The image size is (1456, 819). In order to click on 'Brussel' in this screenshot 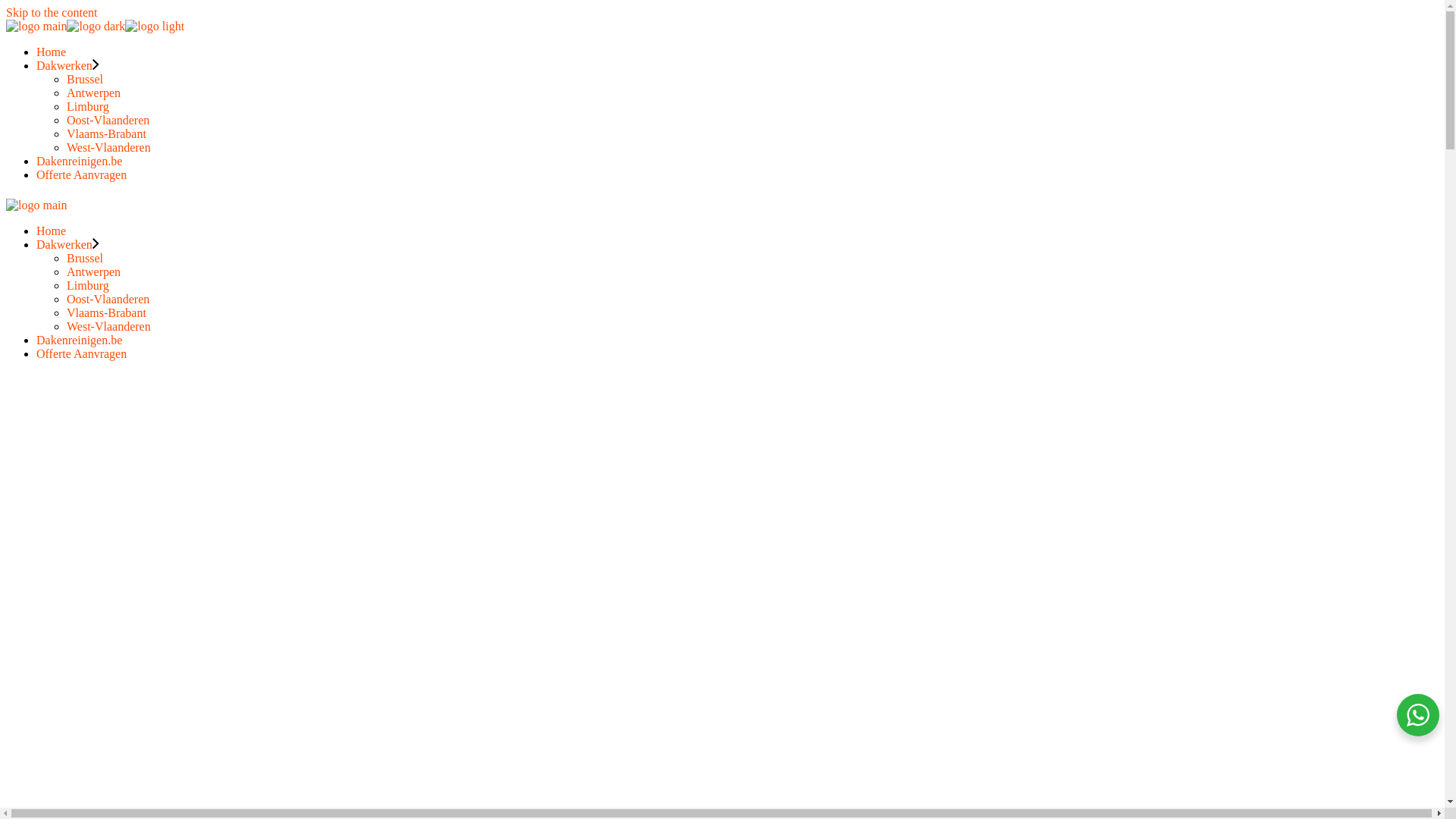, I will do `click(83, 257)`.